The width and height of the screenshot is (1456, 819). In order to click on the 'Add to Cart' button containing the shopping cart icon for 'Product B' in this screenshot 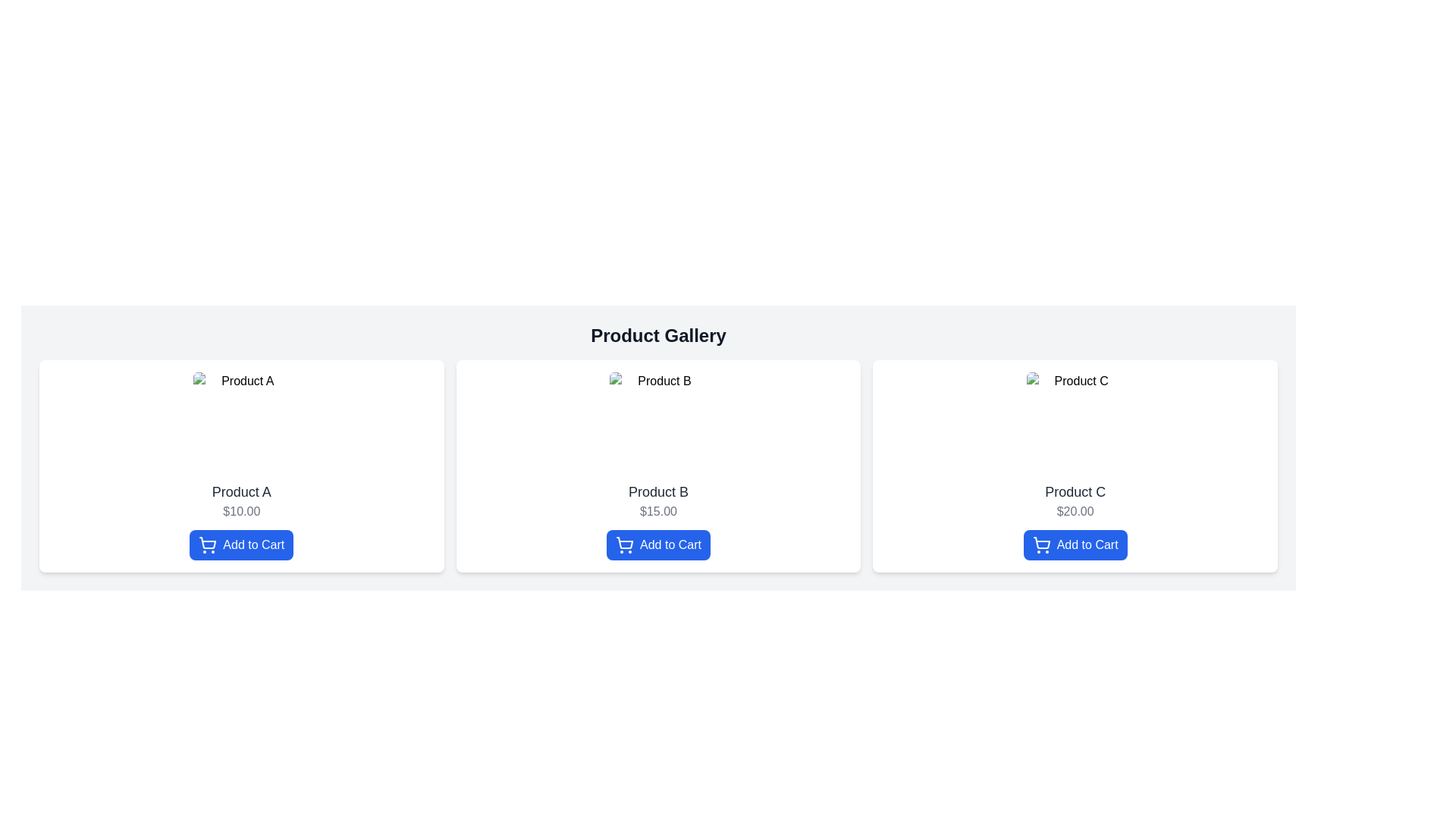, I will do `click(625, 542)`.